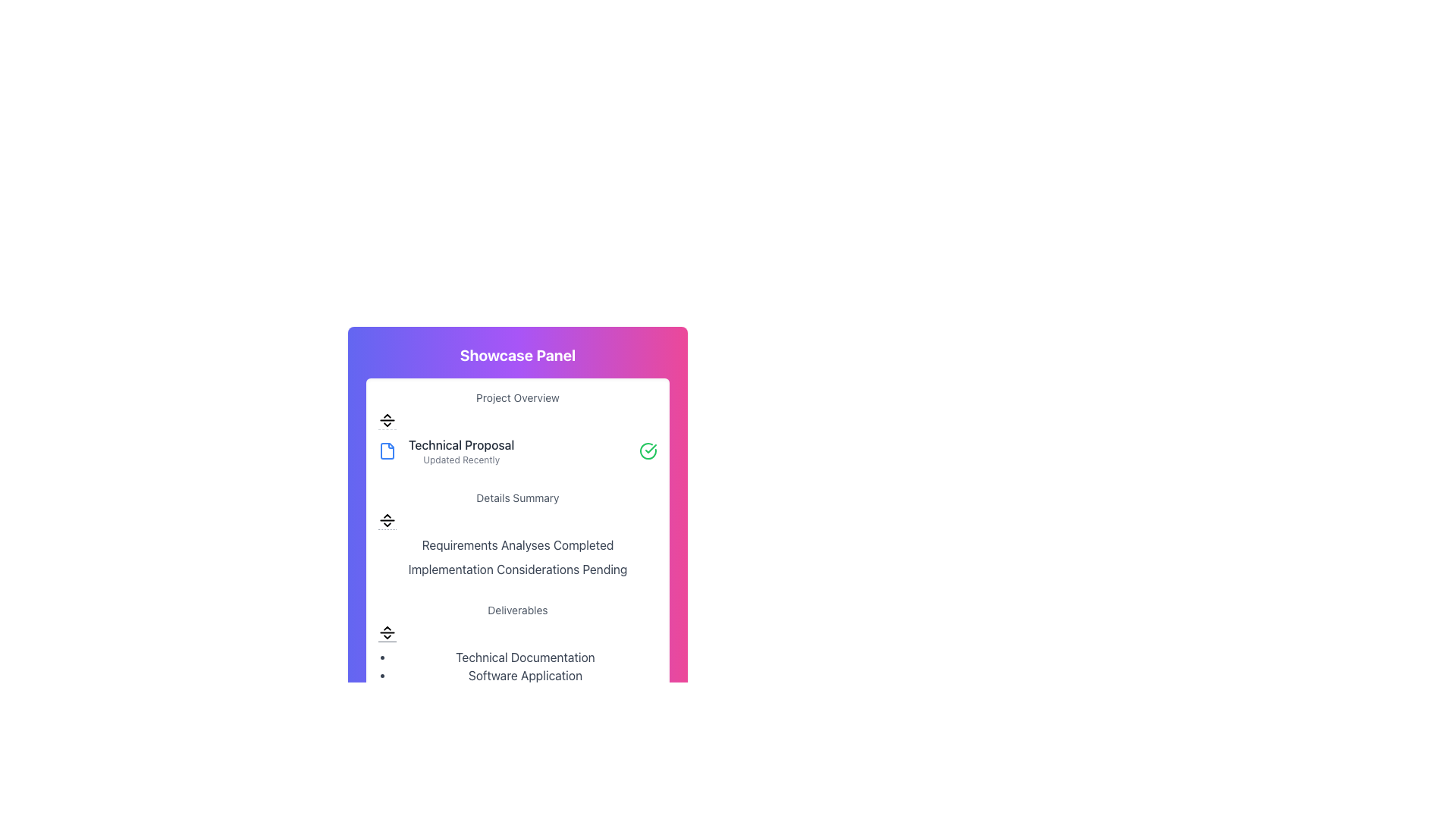  I want to click on the state of the confirmation icon located to the right of the 'Technical Proposal' text, indicating the completion of this state, so click(648, 450).